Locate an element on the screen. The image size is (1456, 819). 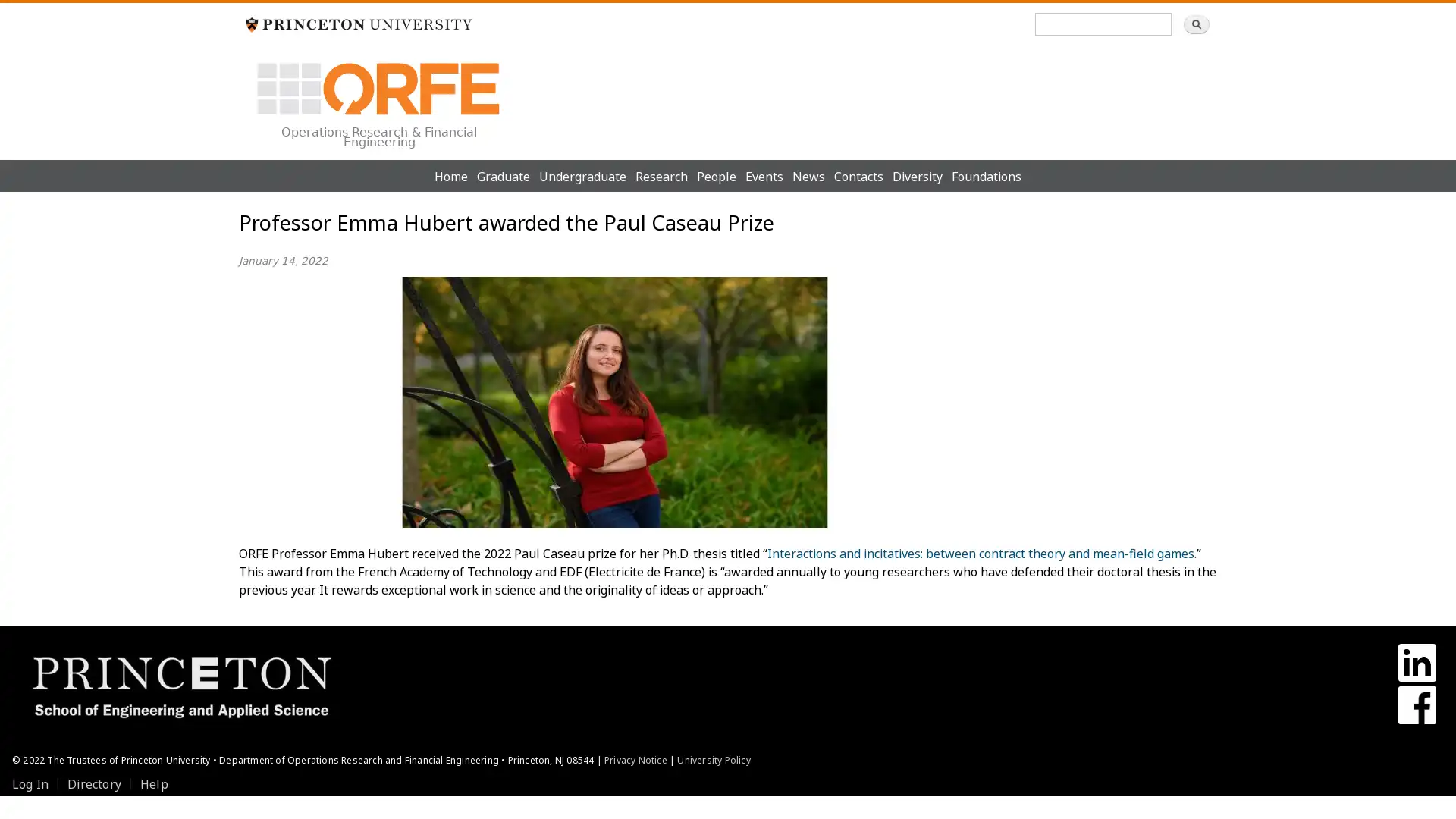
Search is located at coordinates (1196, 24).